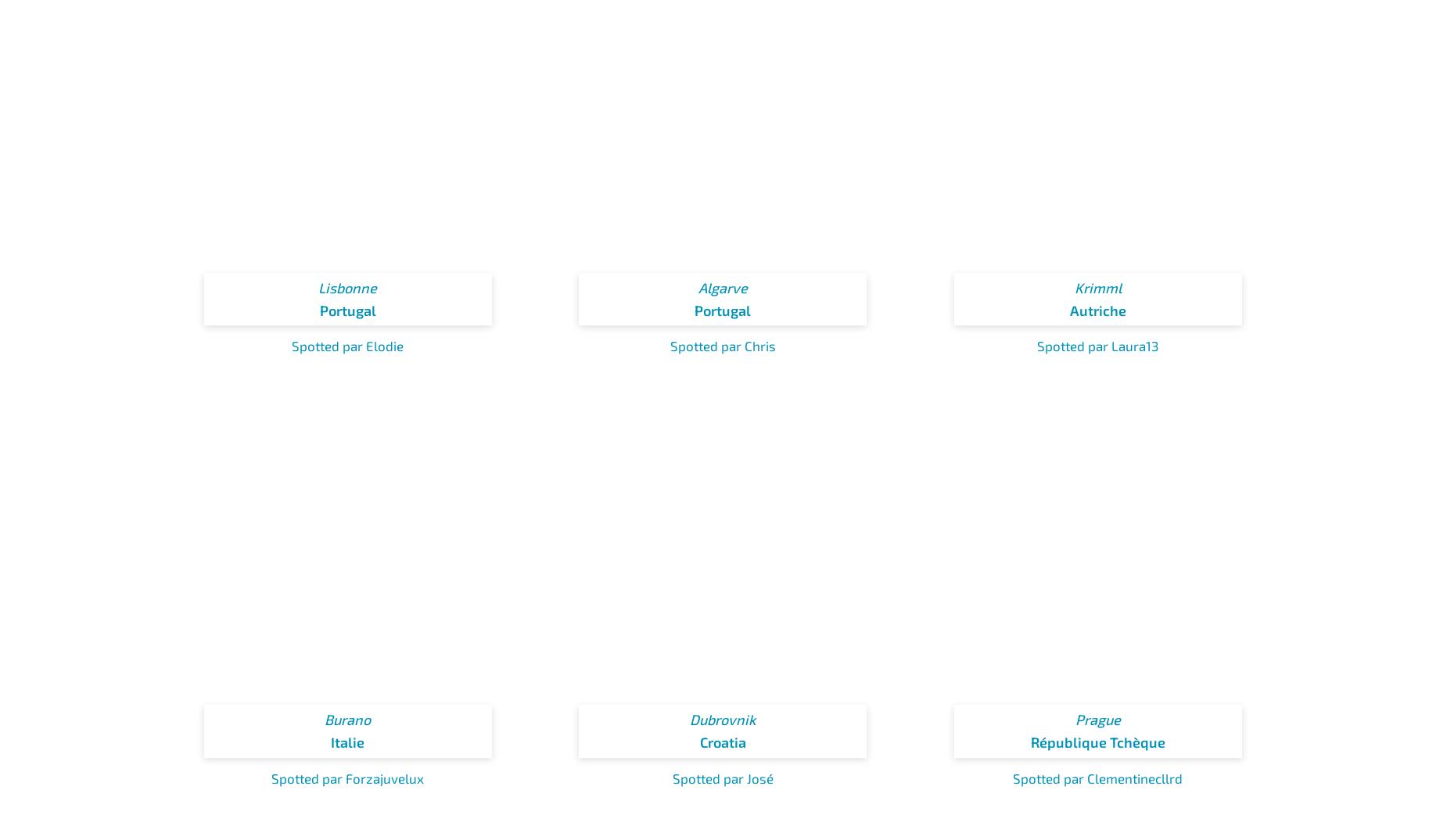 The width and height of the screenshot is (1447, 840). I want to click on 'Burano', so click(346, 719).